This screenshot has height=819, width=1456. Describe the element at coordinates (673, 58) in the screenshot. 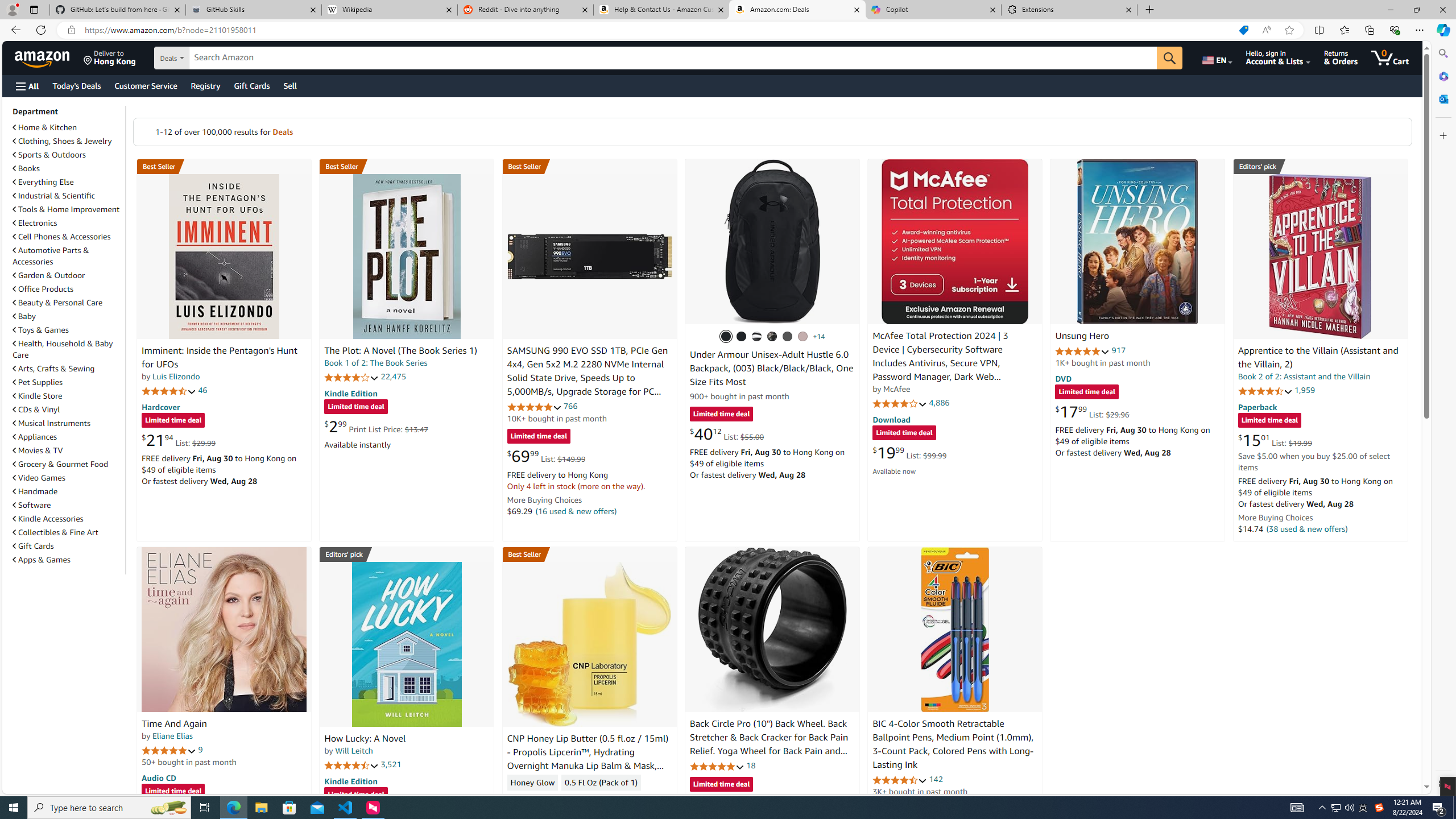

I see `'Search Amazon'` at that location.